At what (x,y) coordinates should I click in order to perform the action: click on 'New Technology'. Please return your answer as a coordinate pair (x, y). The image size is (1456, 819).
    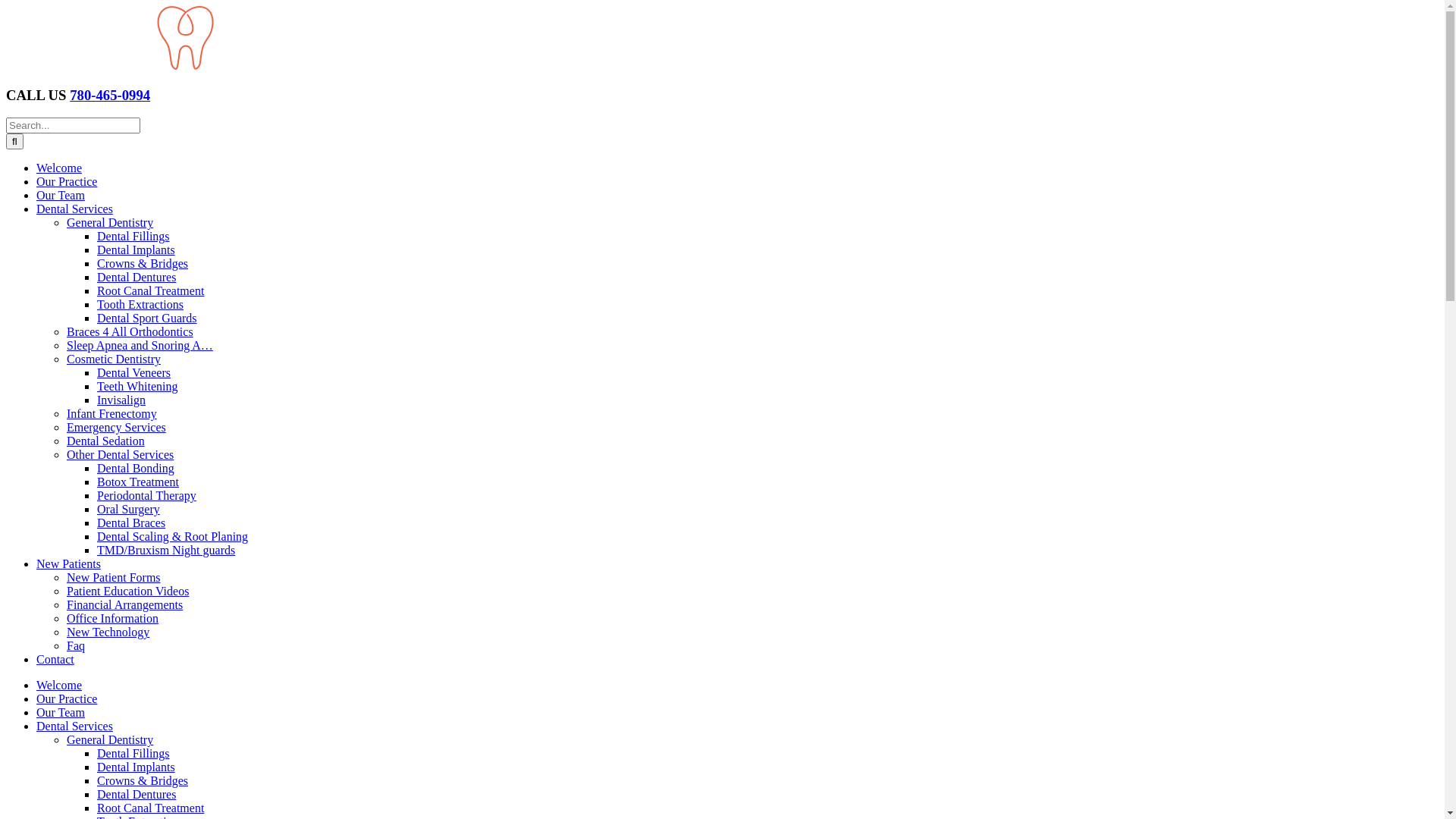
    Looking at the image, I should click on (107, 632).